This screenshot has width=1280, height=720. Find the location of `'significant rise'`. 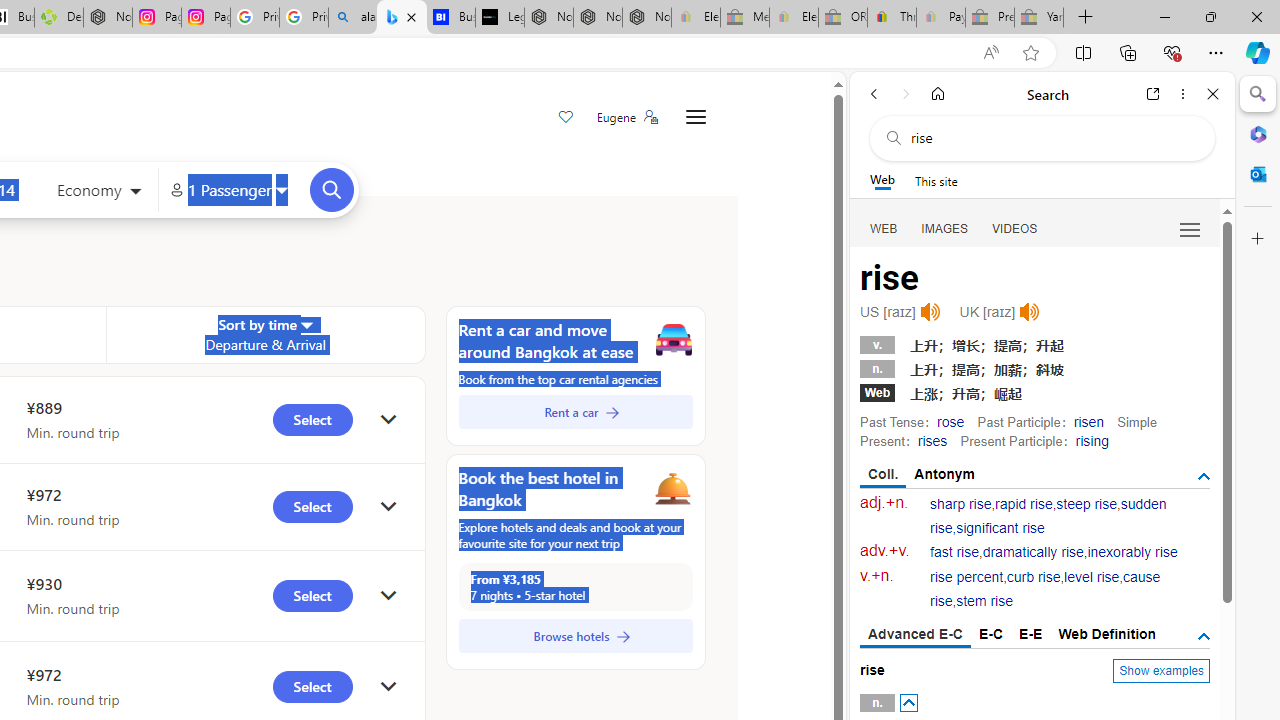

'significant rise' is located at coordinates (1000, 527).